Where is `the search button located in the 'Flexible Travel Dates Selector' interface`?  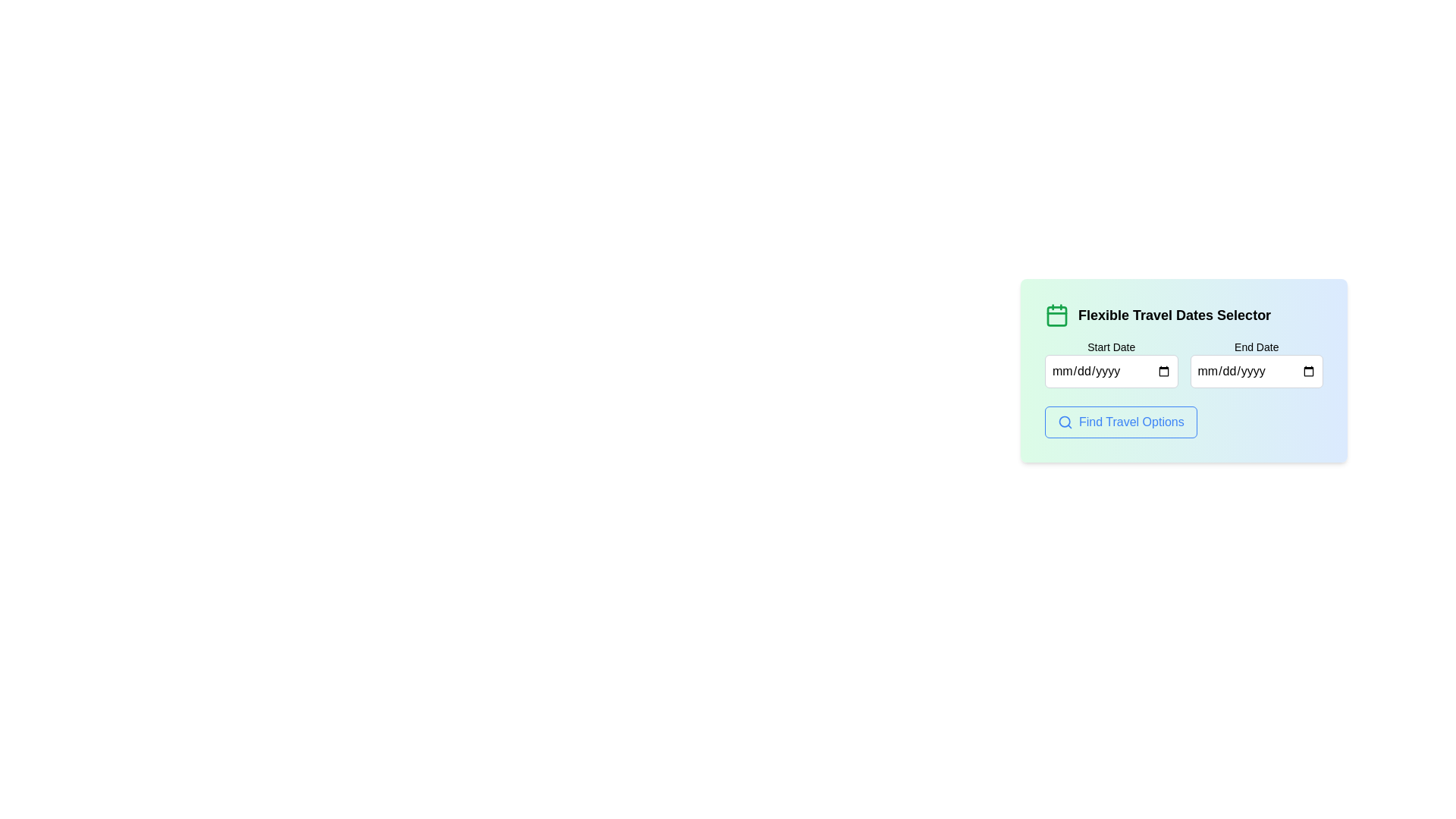 the search button located in the 'Flexible Travel Dates Selector' interface is located at coordinates (1121, 422).